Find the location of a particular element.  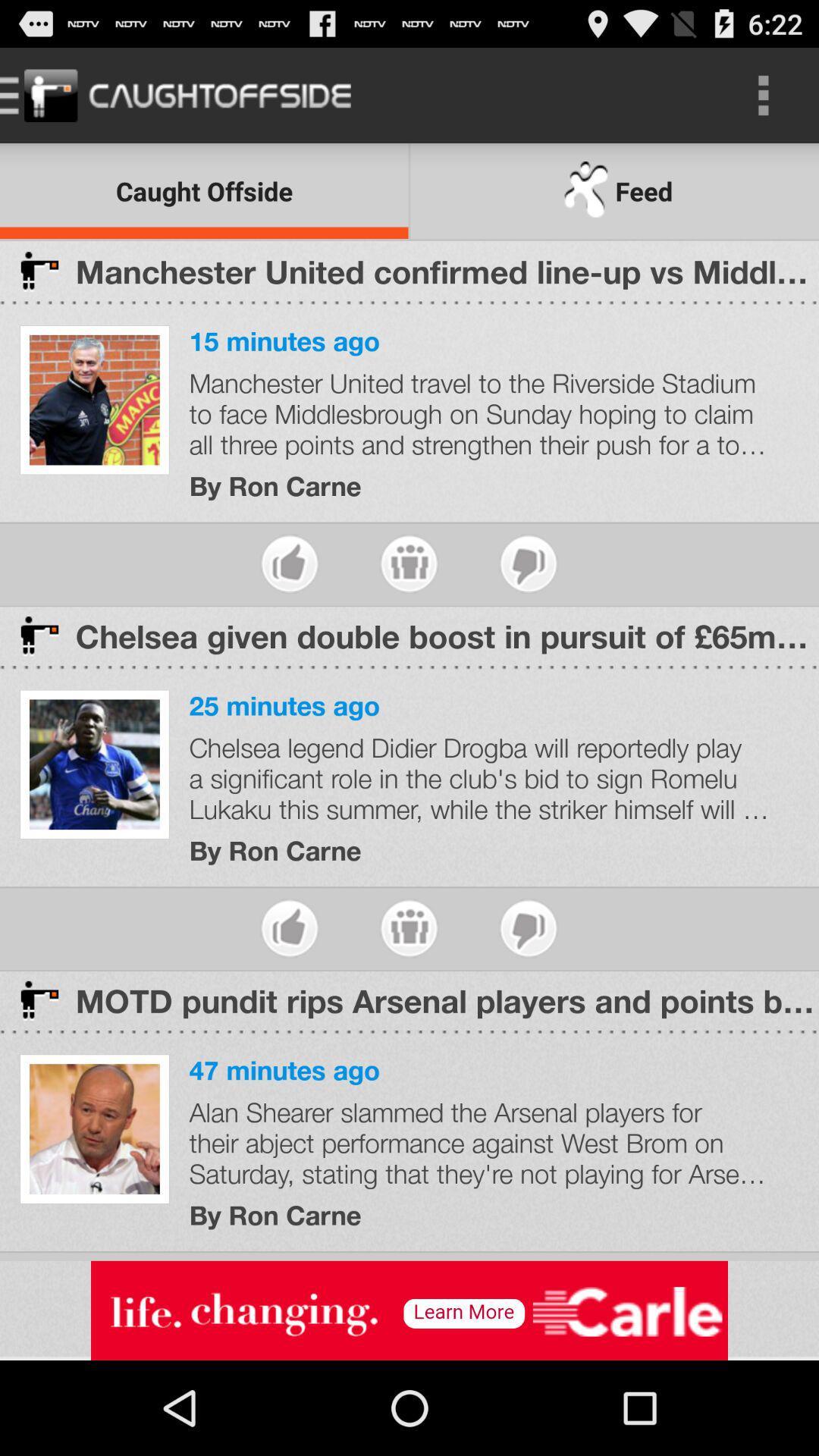

friendlist is located at coordinates (408, 927).